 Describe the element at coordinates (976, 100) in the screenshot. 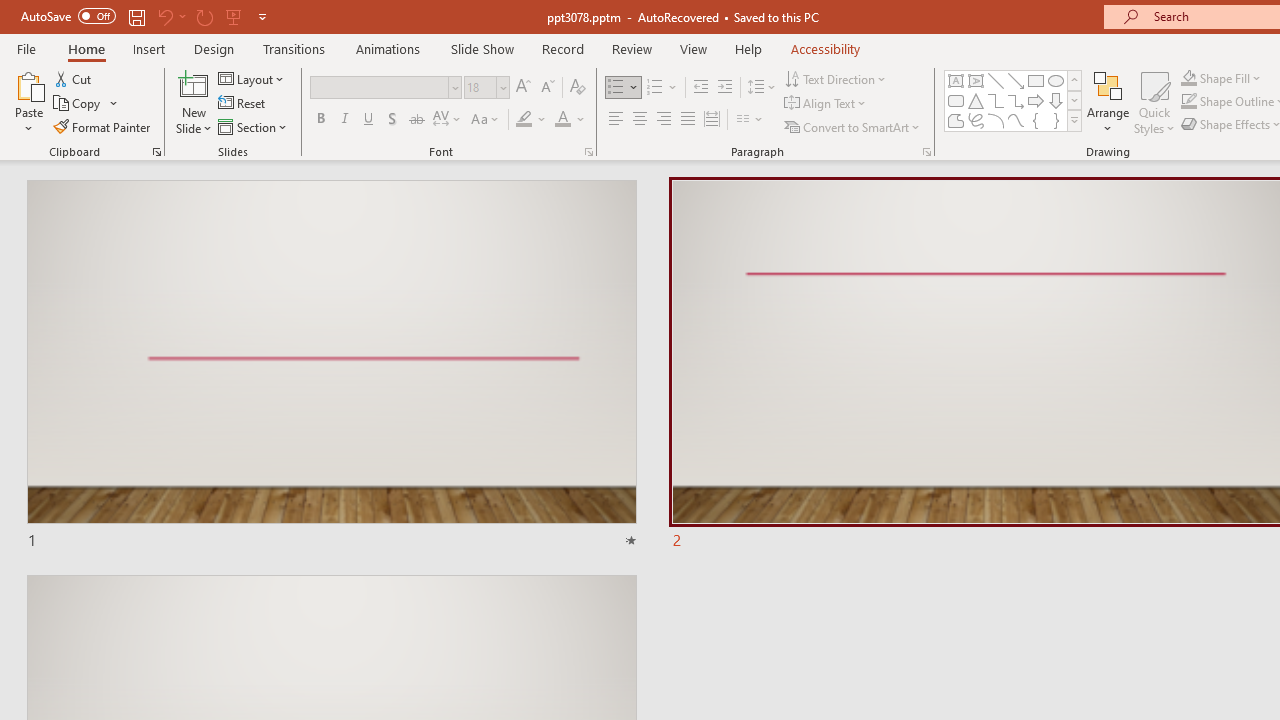

I see `'Isosceles Triangle'` at that location.